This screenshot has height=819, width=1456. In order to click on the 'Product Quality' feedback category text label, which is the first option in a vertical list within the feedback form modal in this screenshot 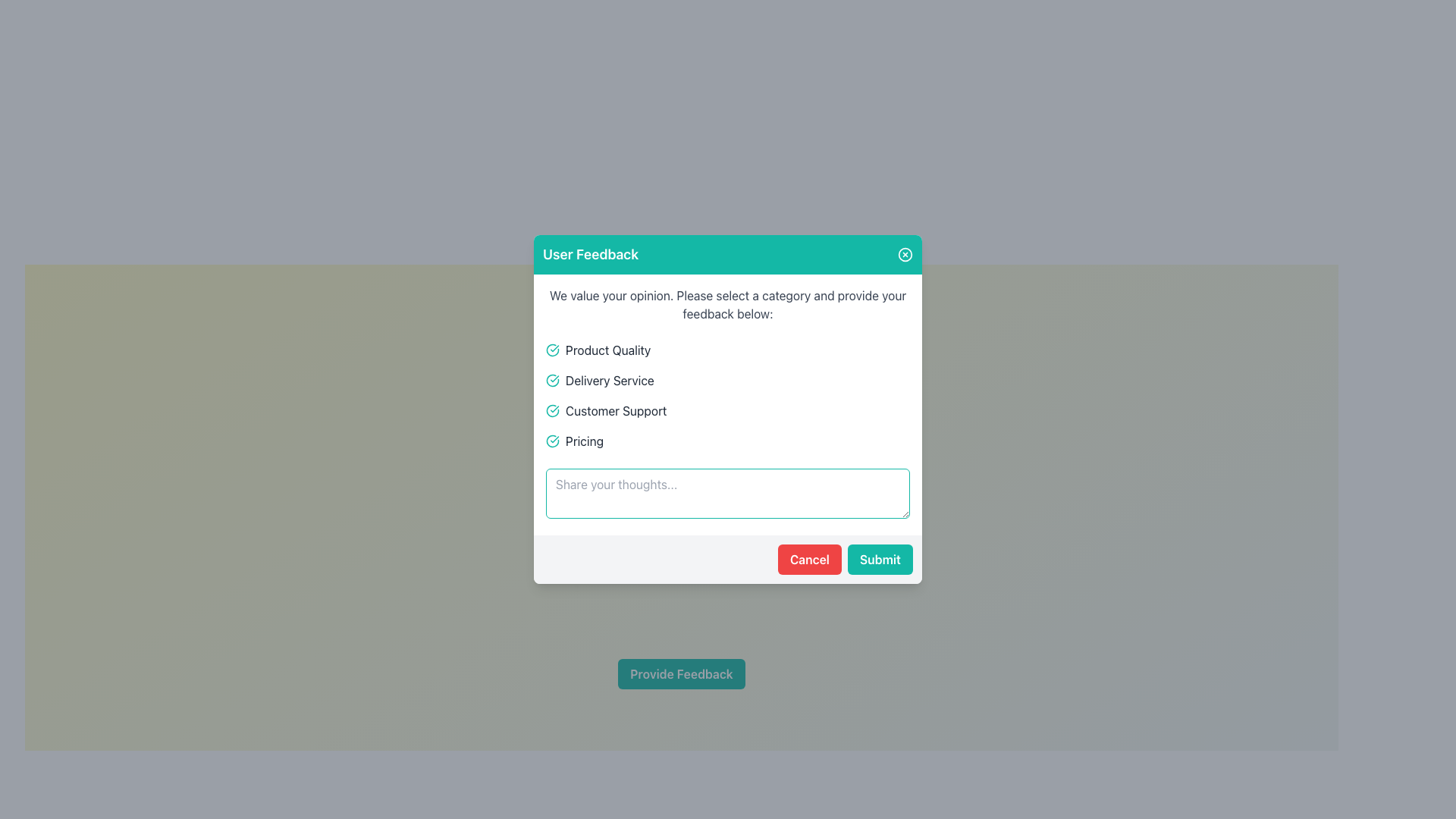, I will do `click(608, 350)`.